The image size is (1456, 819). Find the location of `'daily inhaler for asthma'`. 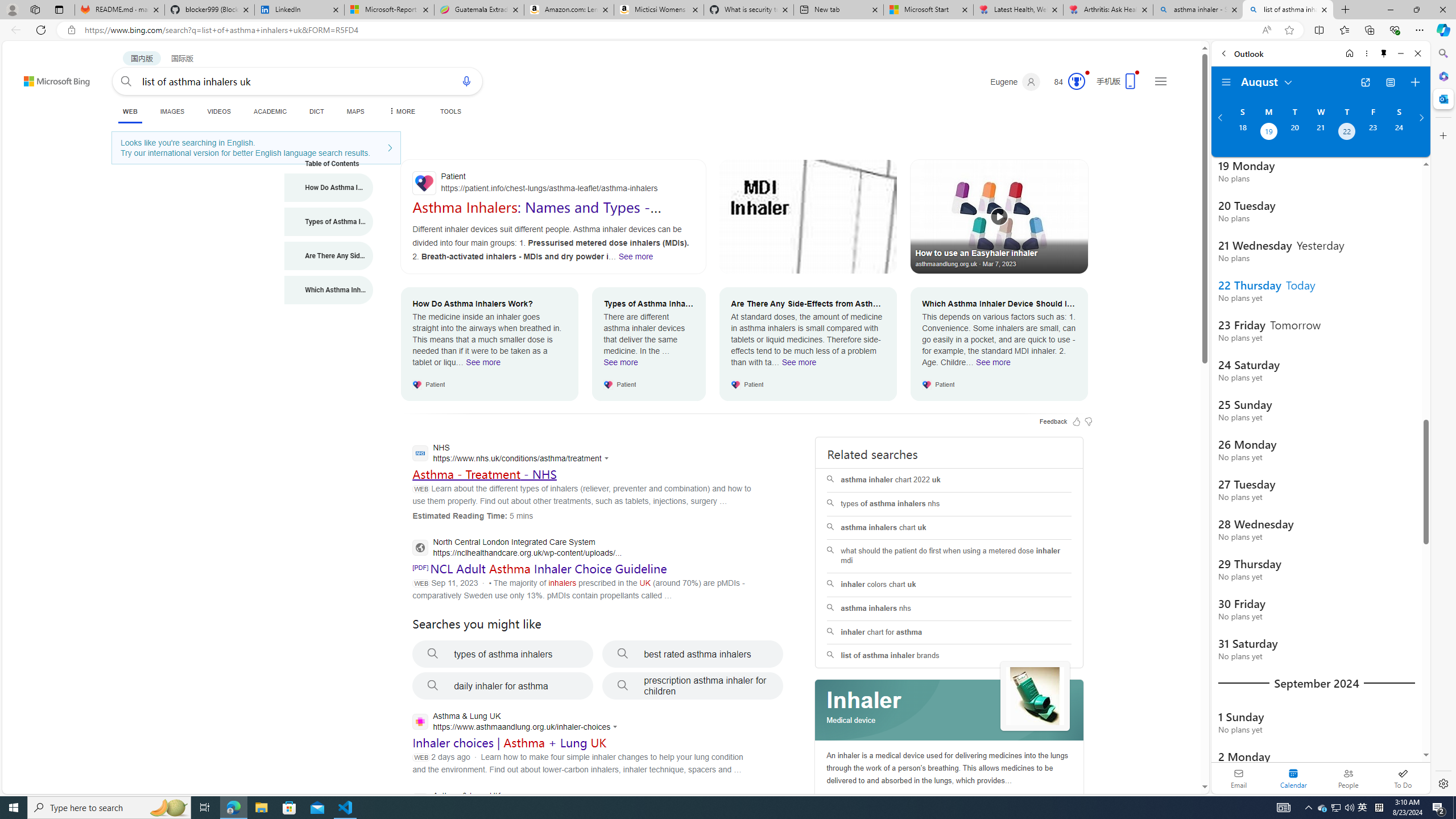

'daily inhaler for asthma' is located at coordinates (503, 686).